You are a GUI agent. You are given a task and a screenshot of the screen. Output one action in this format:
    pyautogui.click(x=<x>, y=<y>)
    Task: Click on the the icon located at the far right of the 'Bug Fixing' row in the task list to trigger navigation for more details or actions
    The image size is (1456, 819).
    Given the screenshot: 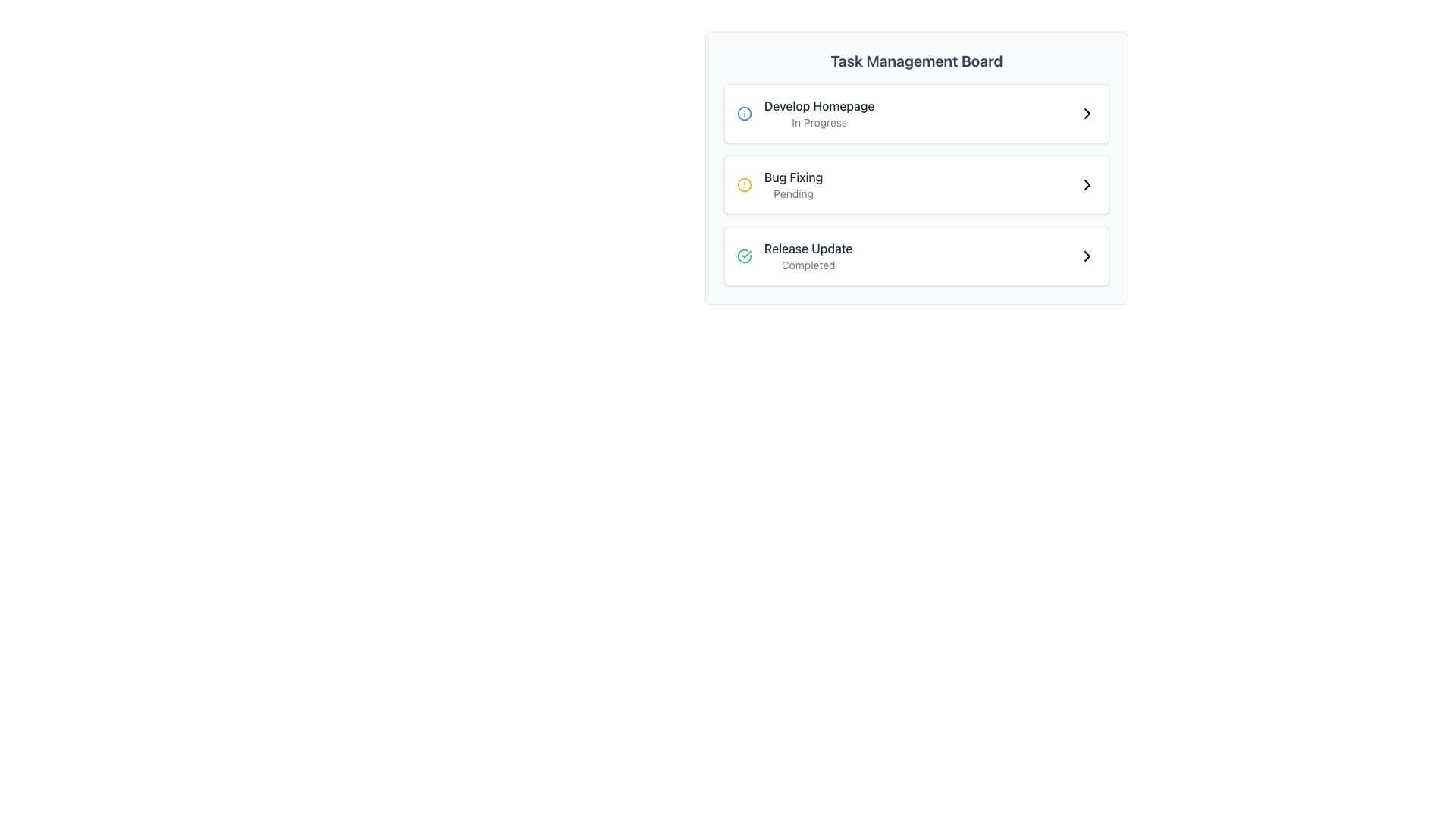 What is the action you would take?
    pyautogui.click(x=1087, y=184)
    